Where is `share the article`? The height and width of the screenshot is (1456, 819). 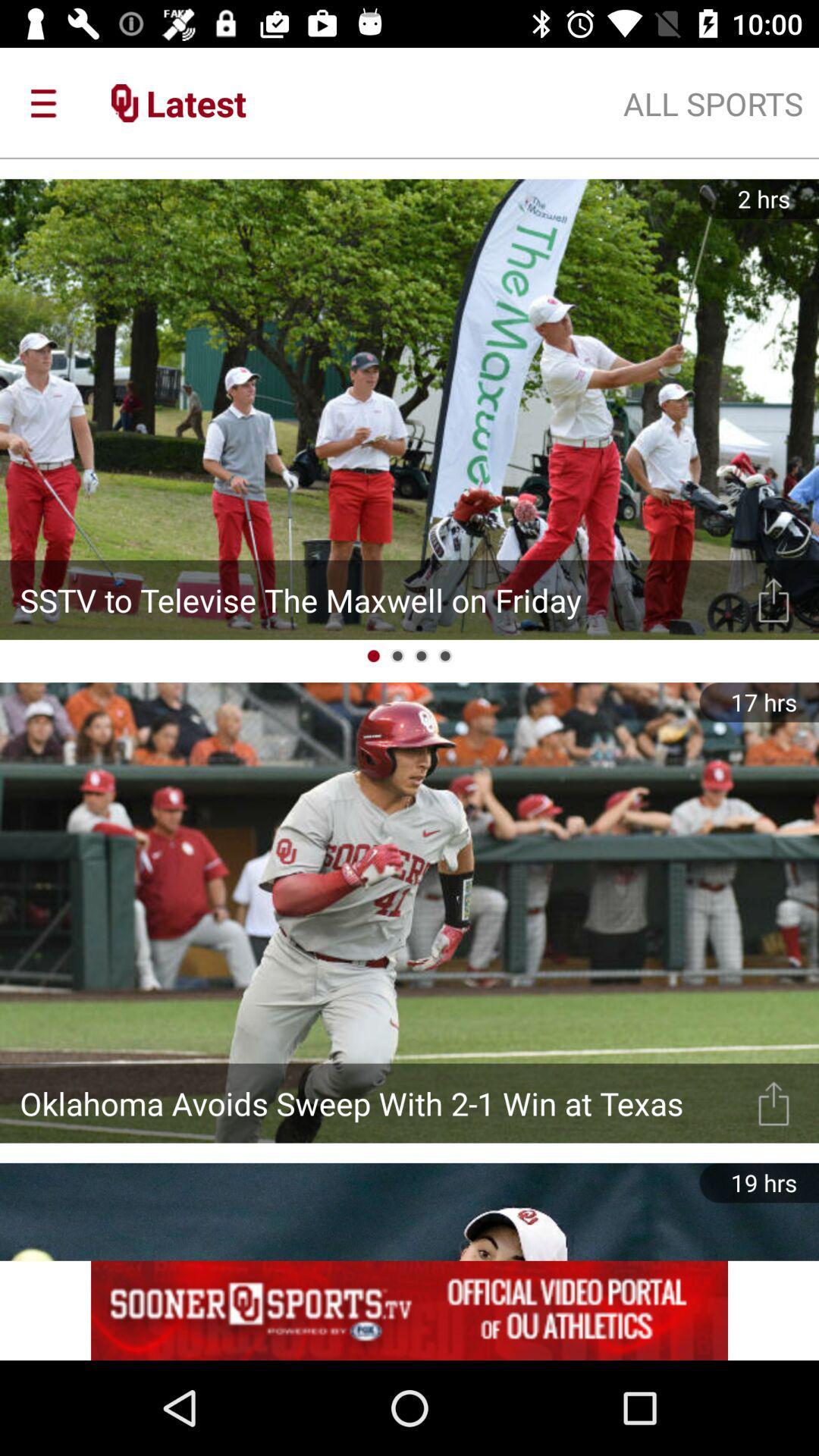 share the article is located at coordinates (773, 1103).